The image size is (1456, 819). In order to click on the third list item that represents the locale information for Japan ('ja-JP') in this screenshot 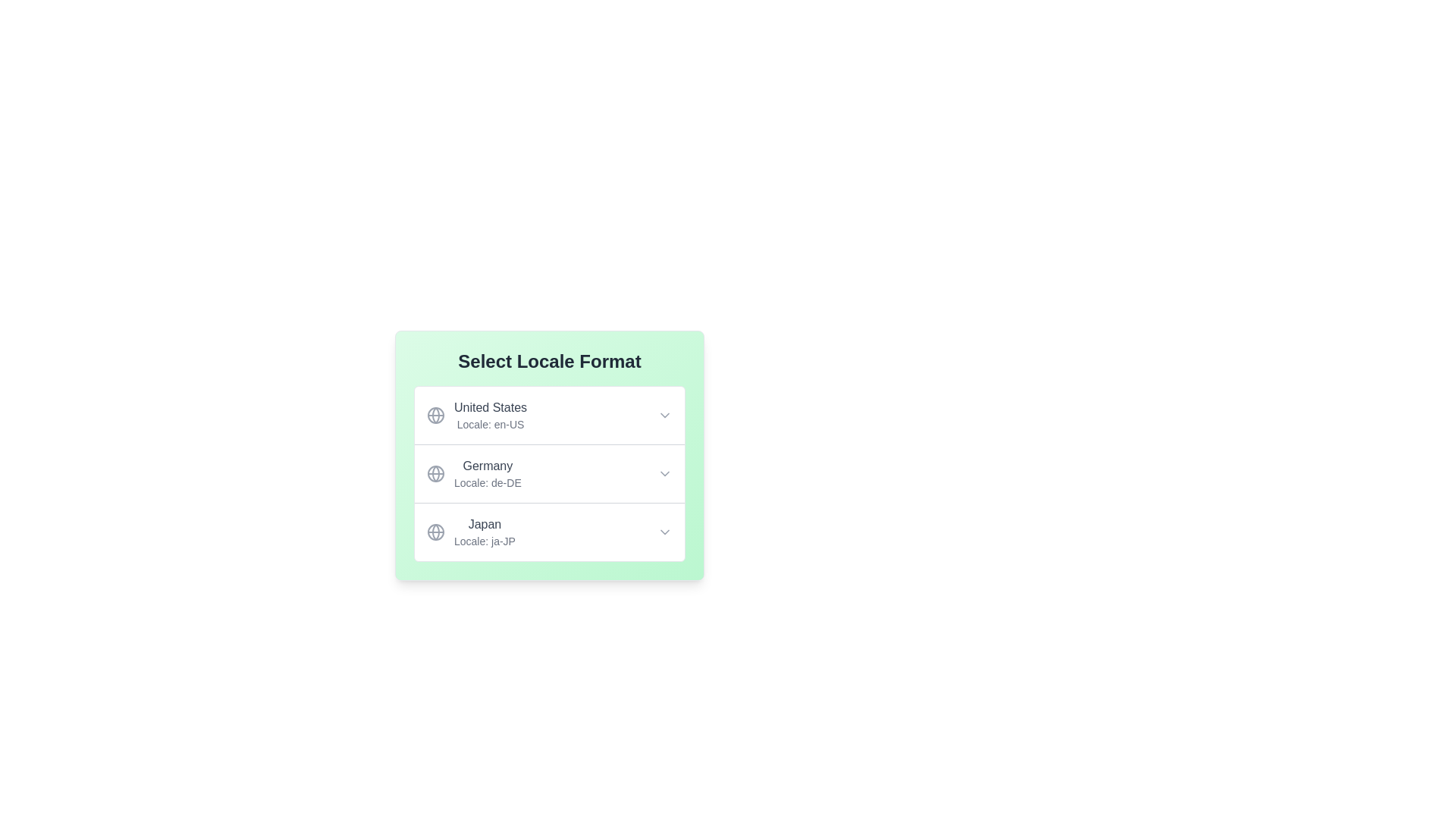, I will do `click(548, 531)`.